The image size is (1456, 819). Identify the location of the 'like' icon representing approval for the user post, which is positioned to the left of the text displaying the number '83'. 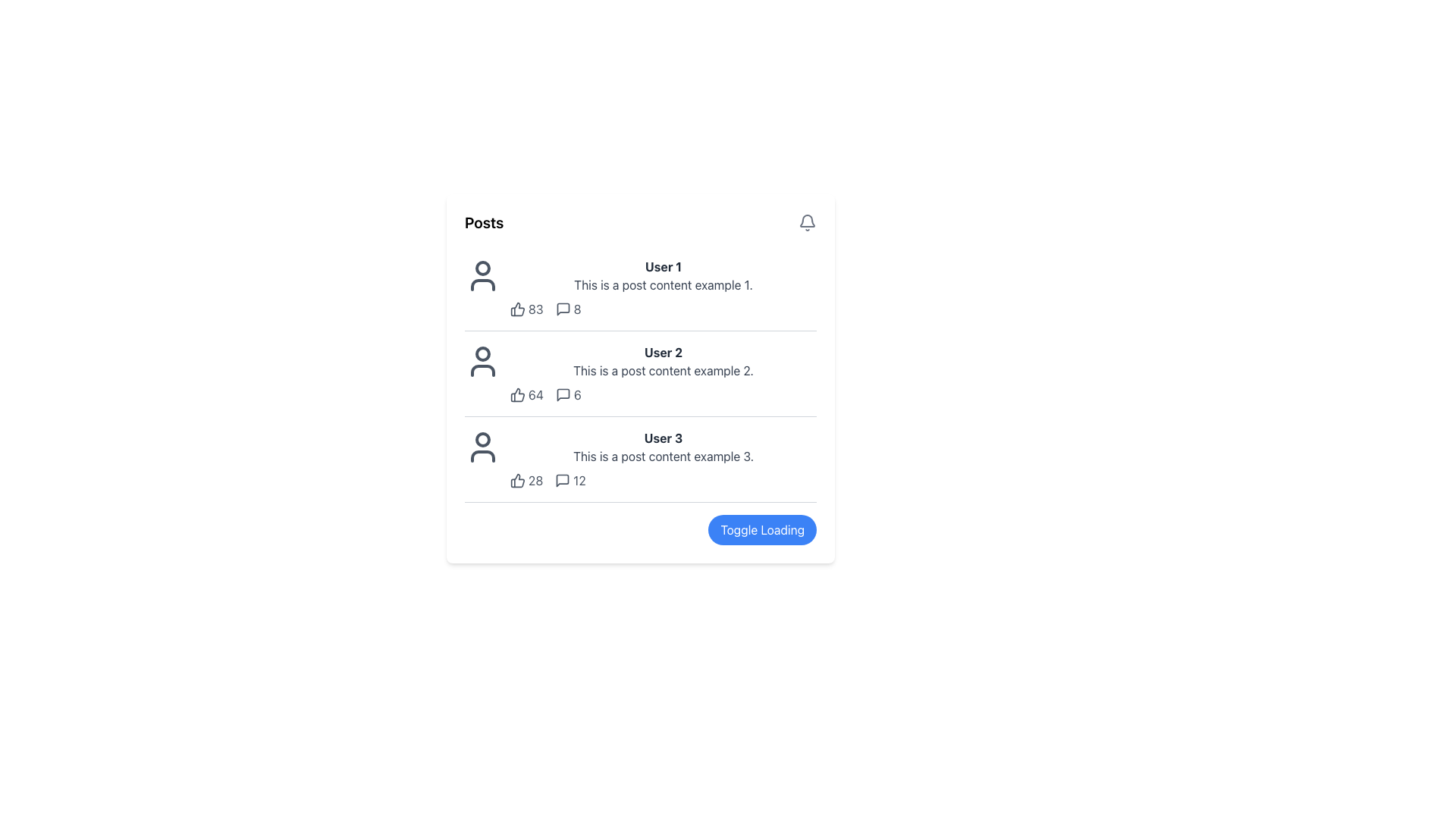
(517, 309).